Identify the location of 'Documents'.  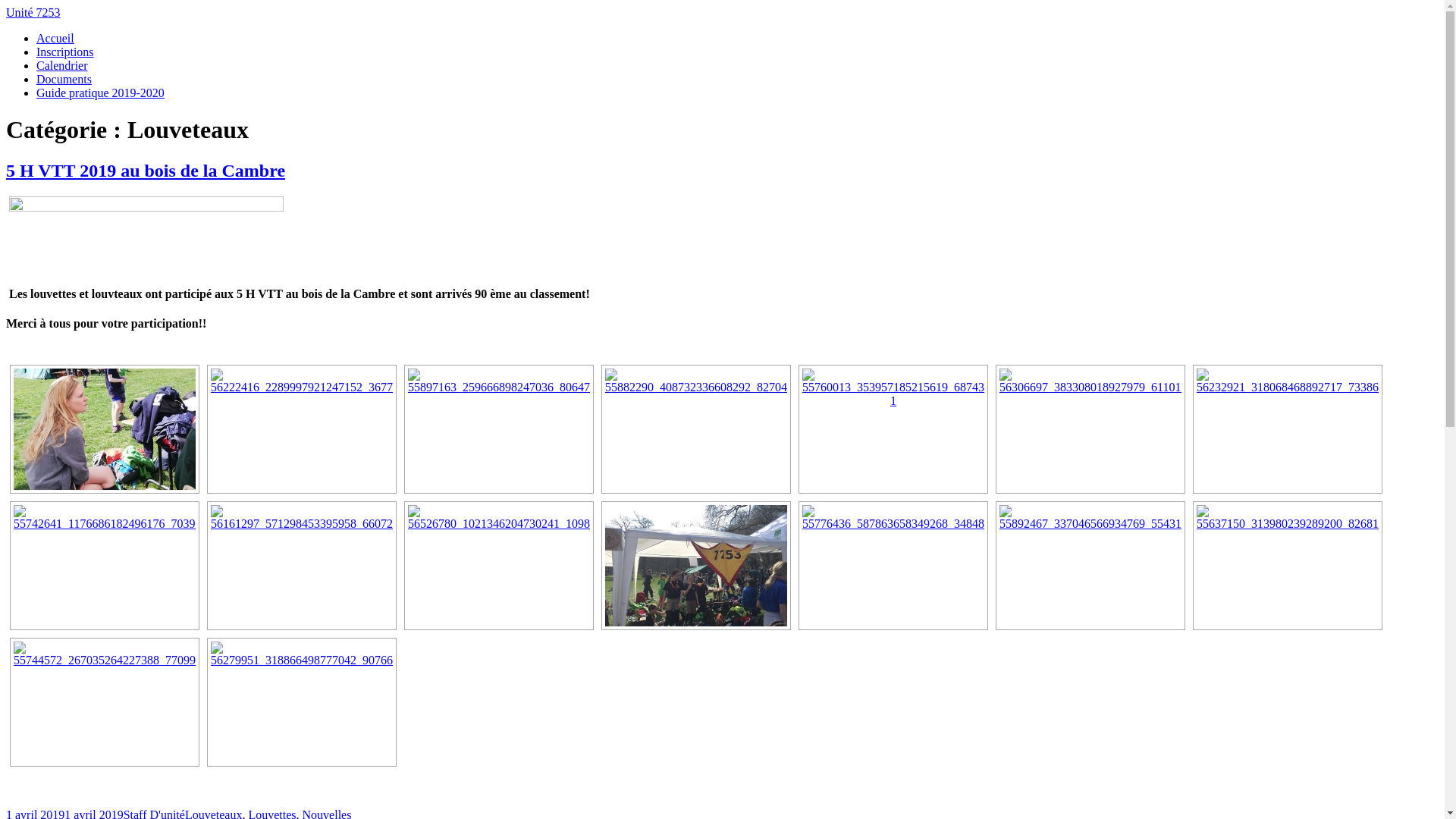
(63, 79).